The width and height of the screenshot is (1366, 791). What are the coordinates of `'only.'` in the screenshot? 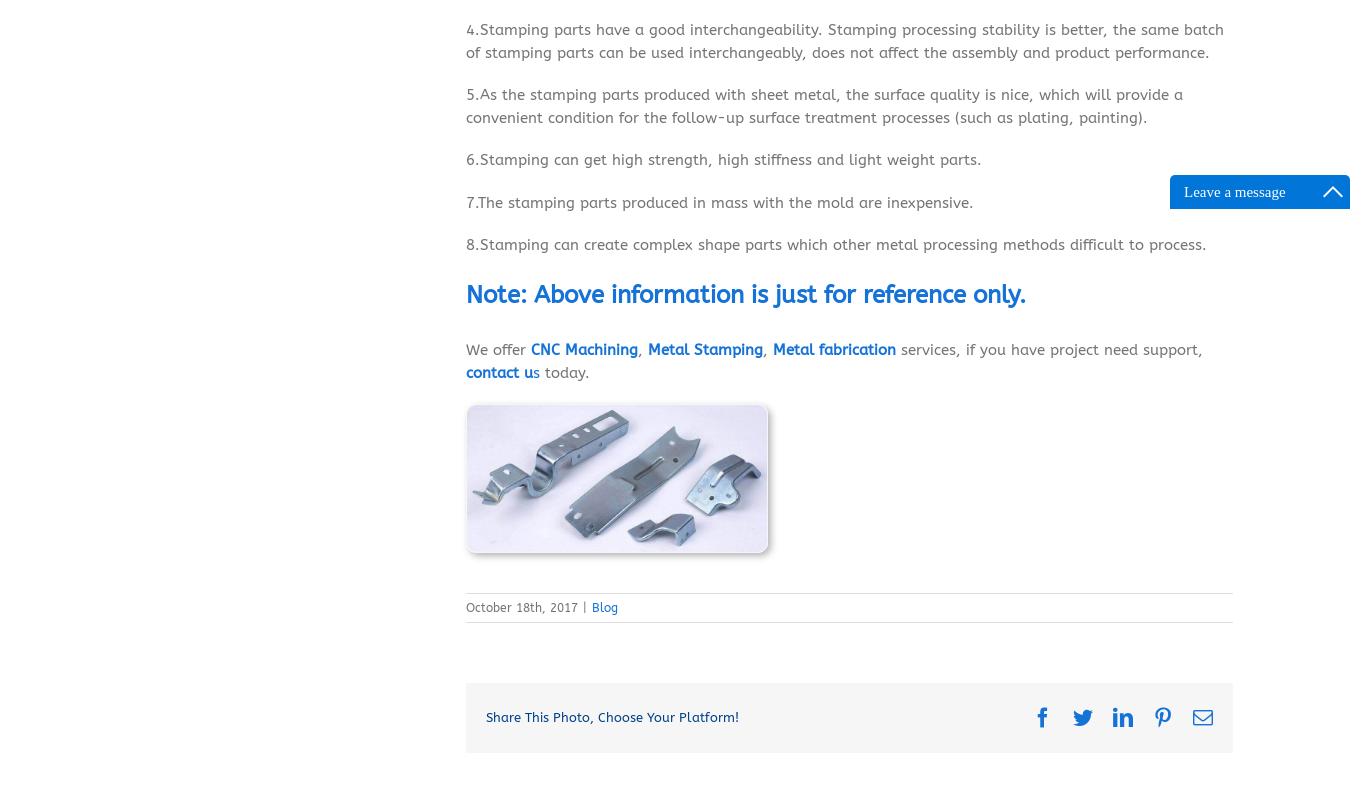 It's located at (995, 297).